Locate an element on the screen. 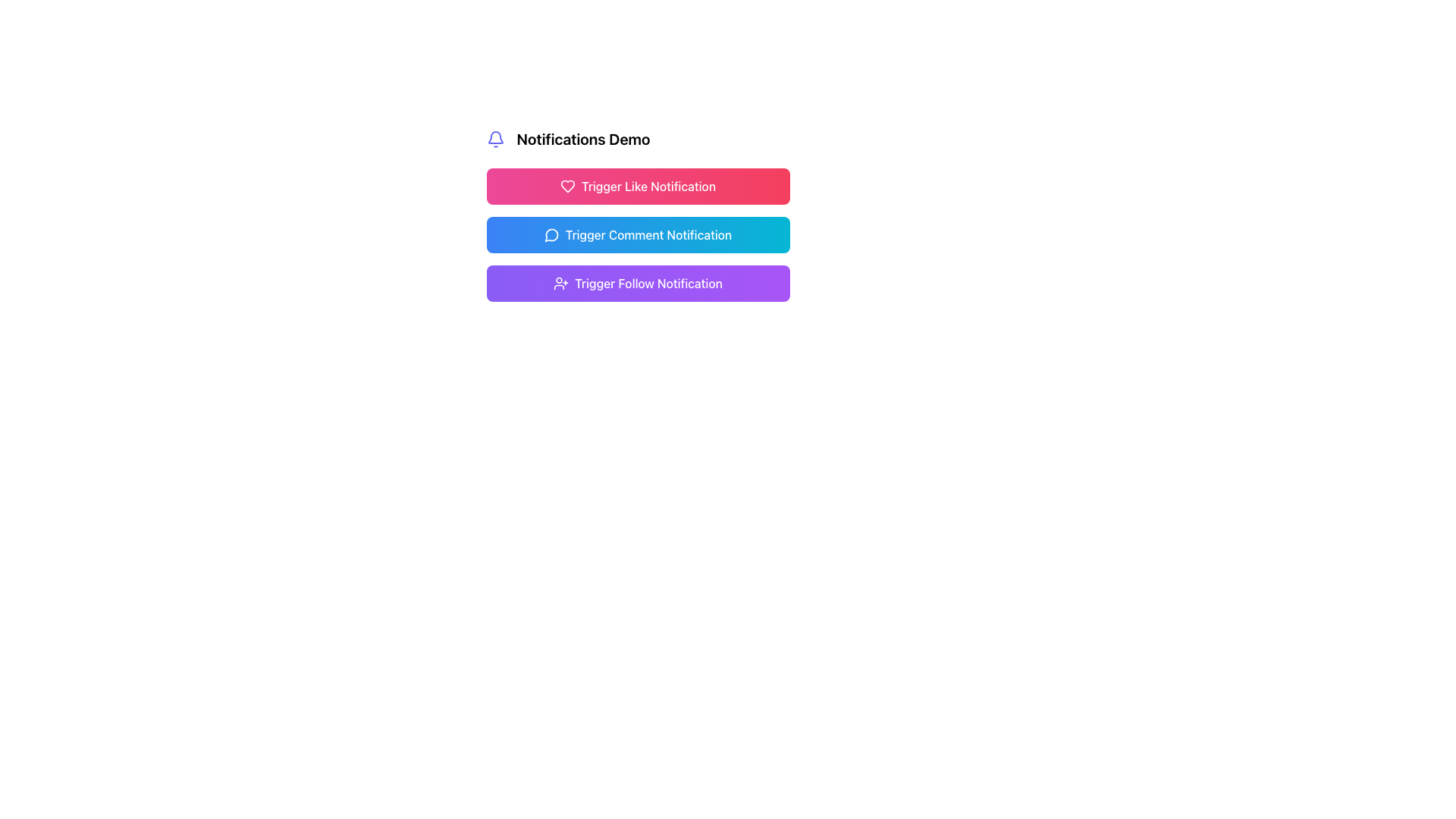 This screenshot has width=1456, height=819. the icon located on the left side of the 'Trigger Follow Notification' button, which is the third item in the vertical list of notification triggers is located at coordinates (560, 284).